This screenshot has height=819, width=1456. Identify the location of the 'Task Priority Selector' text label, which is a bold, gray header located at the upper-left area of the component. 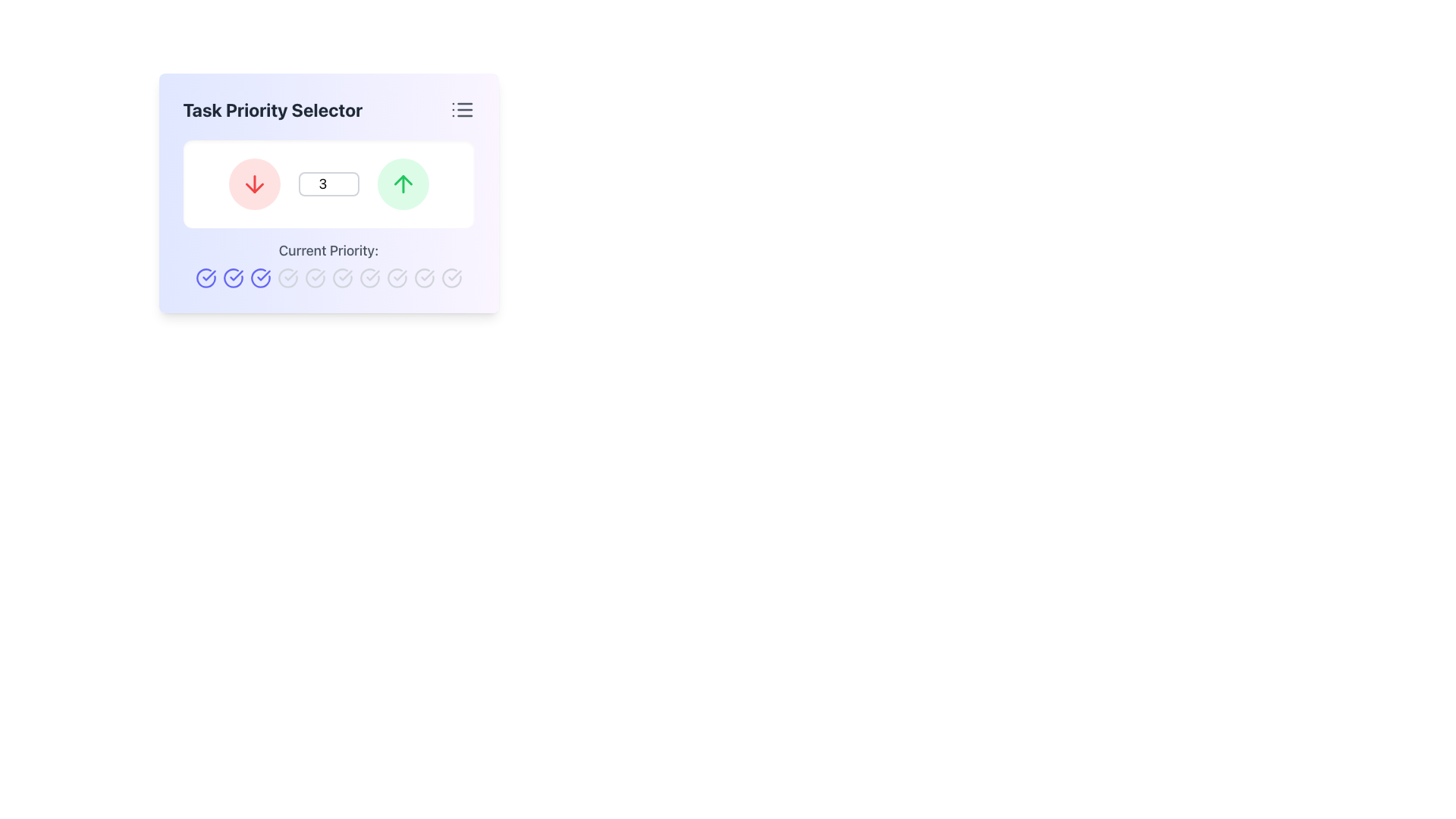
(273, 109).